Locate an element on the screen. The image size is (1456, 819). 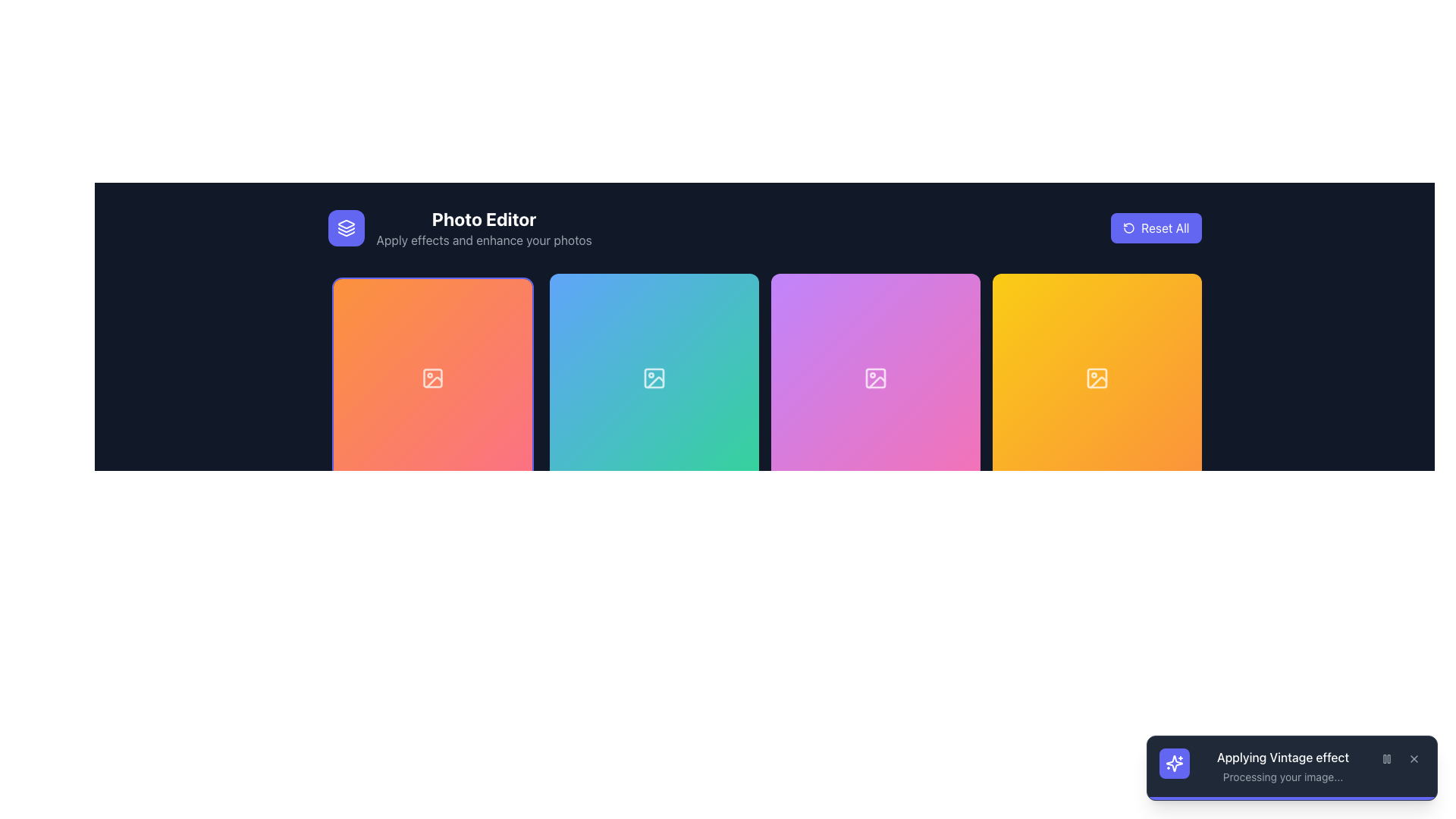
the icon representing an image located centrally within the leftmost orange-to-pink gradient panel is located at coordinates (431, 377).